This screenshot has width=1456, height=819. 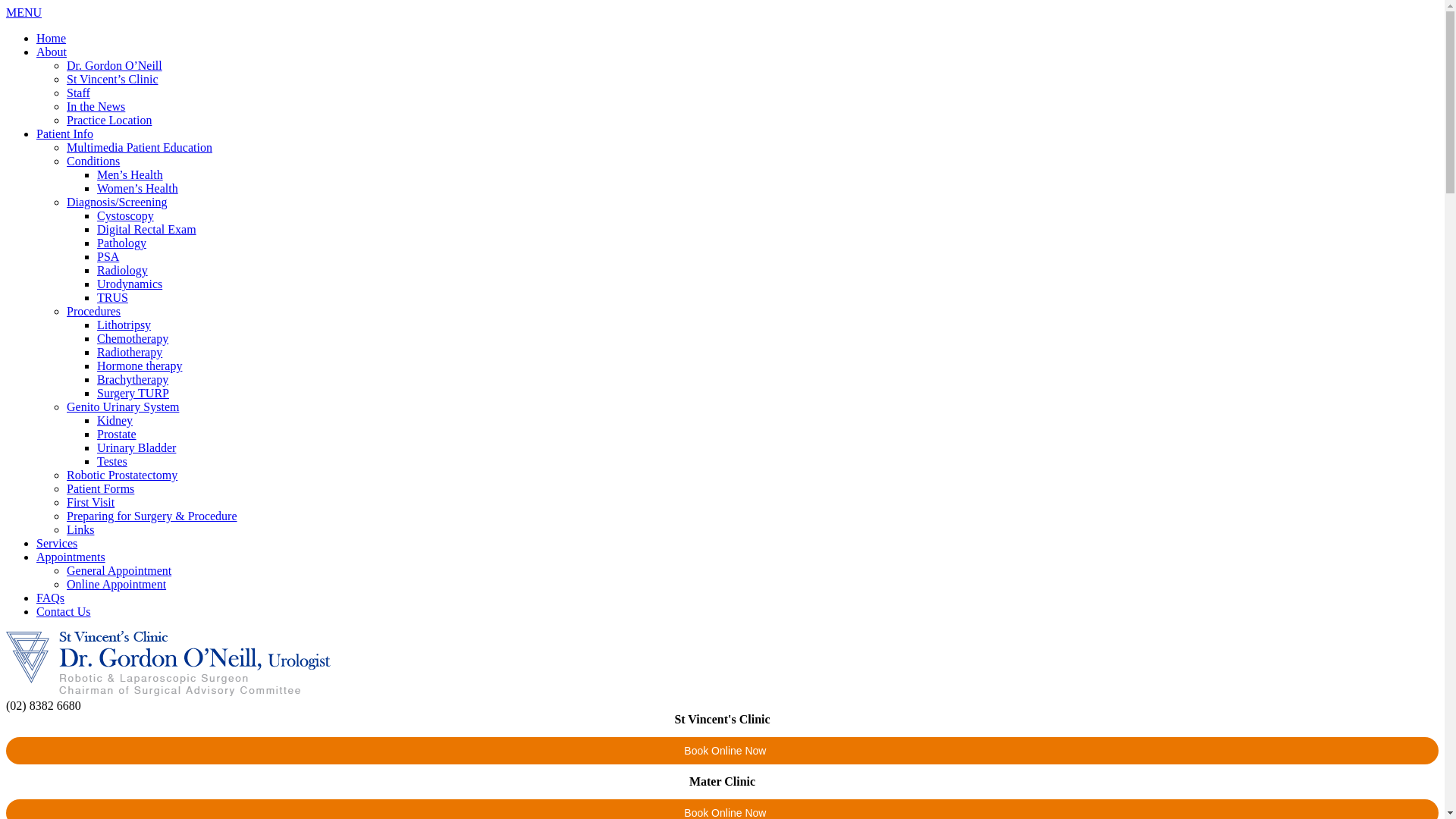 I want to click on 'Urodynamics', so click(x=130, y=284).